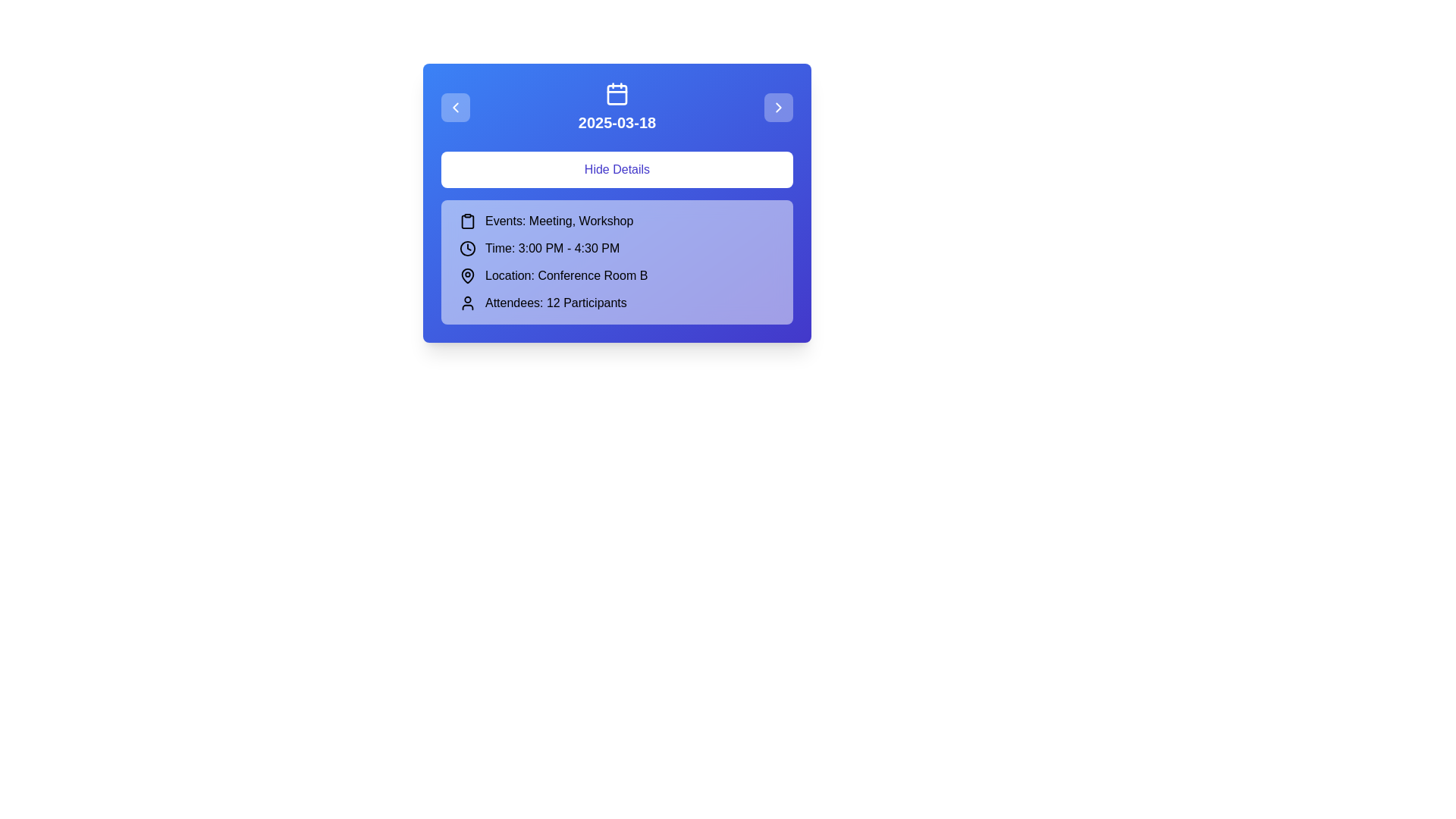 The width and height of the screenshot is (1456, 819). I want to click on the Information label containing the icon of a person and the text 'Attendees: 12 Participants', so click(617, 303).